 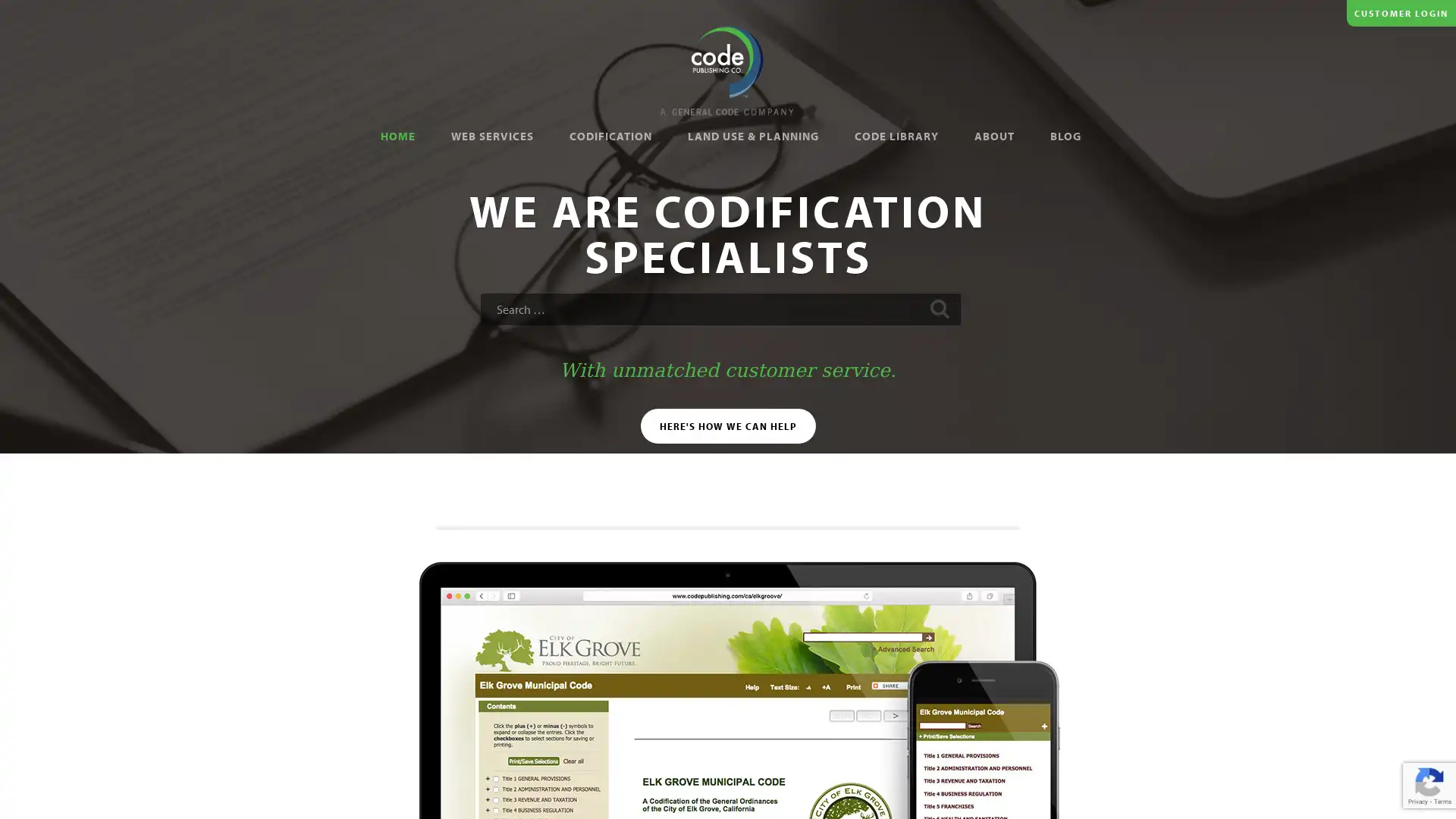 What do you see at coordinates (938, 309) in the screenshot?
I see `Search` at bounding box center [938, 309].